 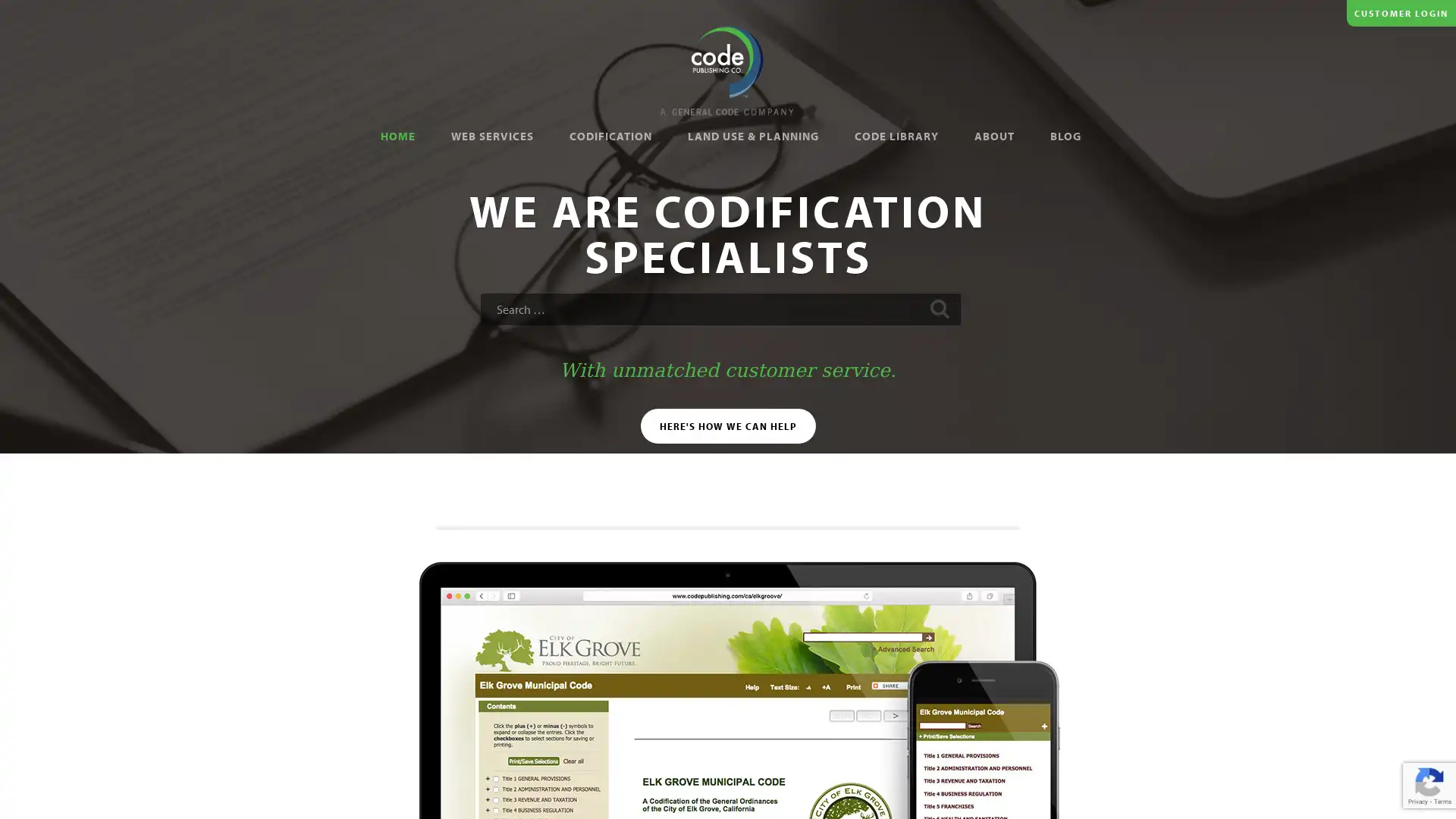 What do you see at coordinates (938, 309) in the screenshot?
I see `Search` at bounding box center [938, 309].